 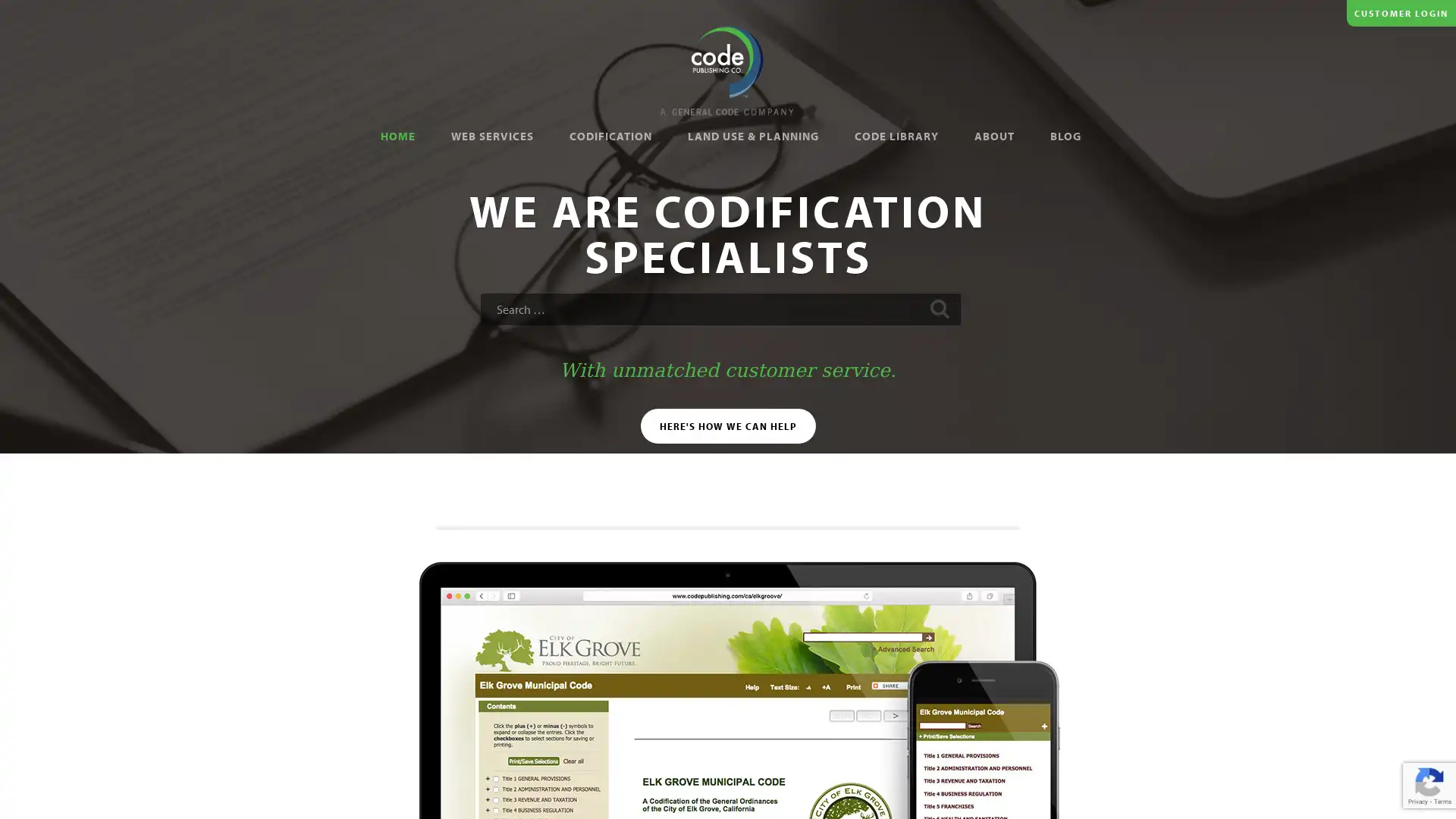 What do you see at coordinates (938, 309) in the screenshot?
I see `Search` at bounding box center [938, 309].